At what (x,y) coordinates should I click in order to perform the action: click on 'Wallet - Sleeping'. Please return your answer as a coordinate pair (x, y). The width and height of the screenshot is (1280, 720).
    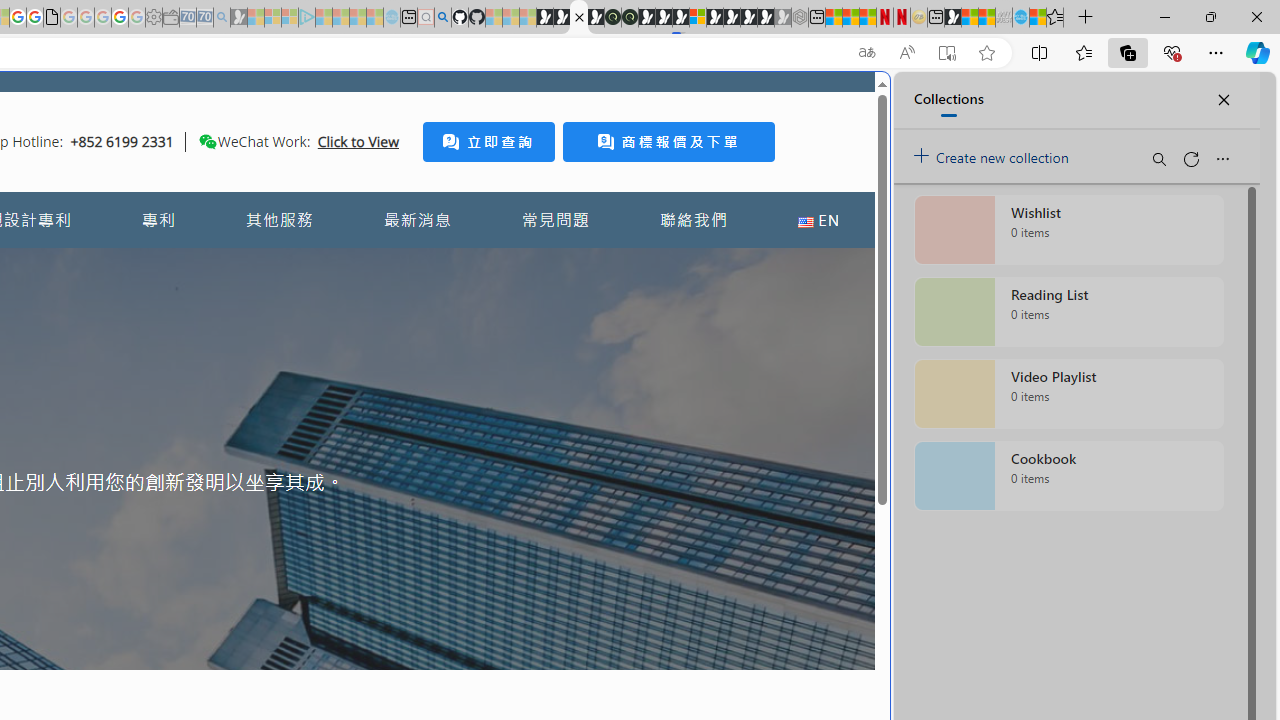
    Looking at the image, I should click on (170, 17).